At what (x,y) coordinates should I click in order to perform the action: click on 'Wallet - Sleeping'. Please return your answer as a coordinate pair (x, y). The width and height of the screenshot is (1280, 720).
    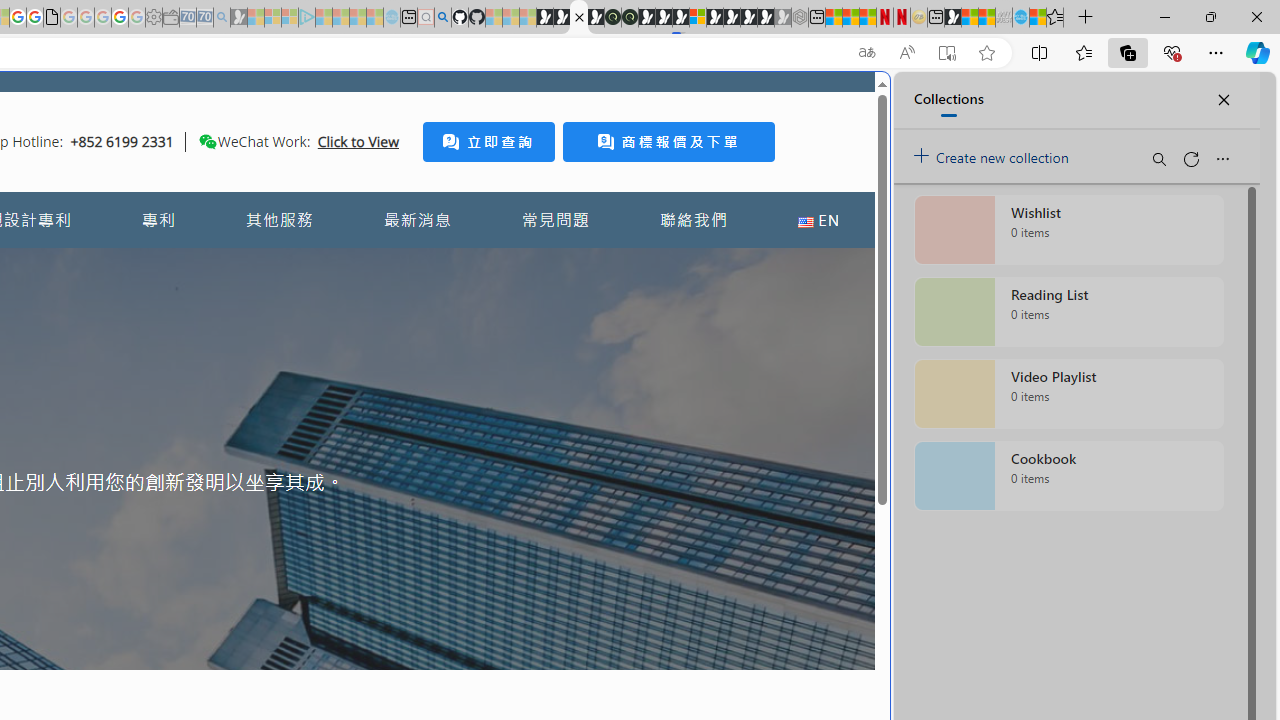
    Looking at the image, I should click on (170, 17).